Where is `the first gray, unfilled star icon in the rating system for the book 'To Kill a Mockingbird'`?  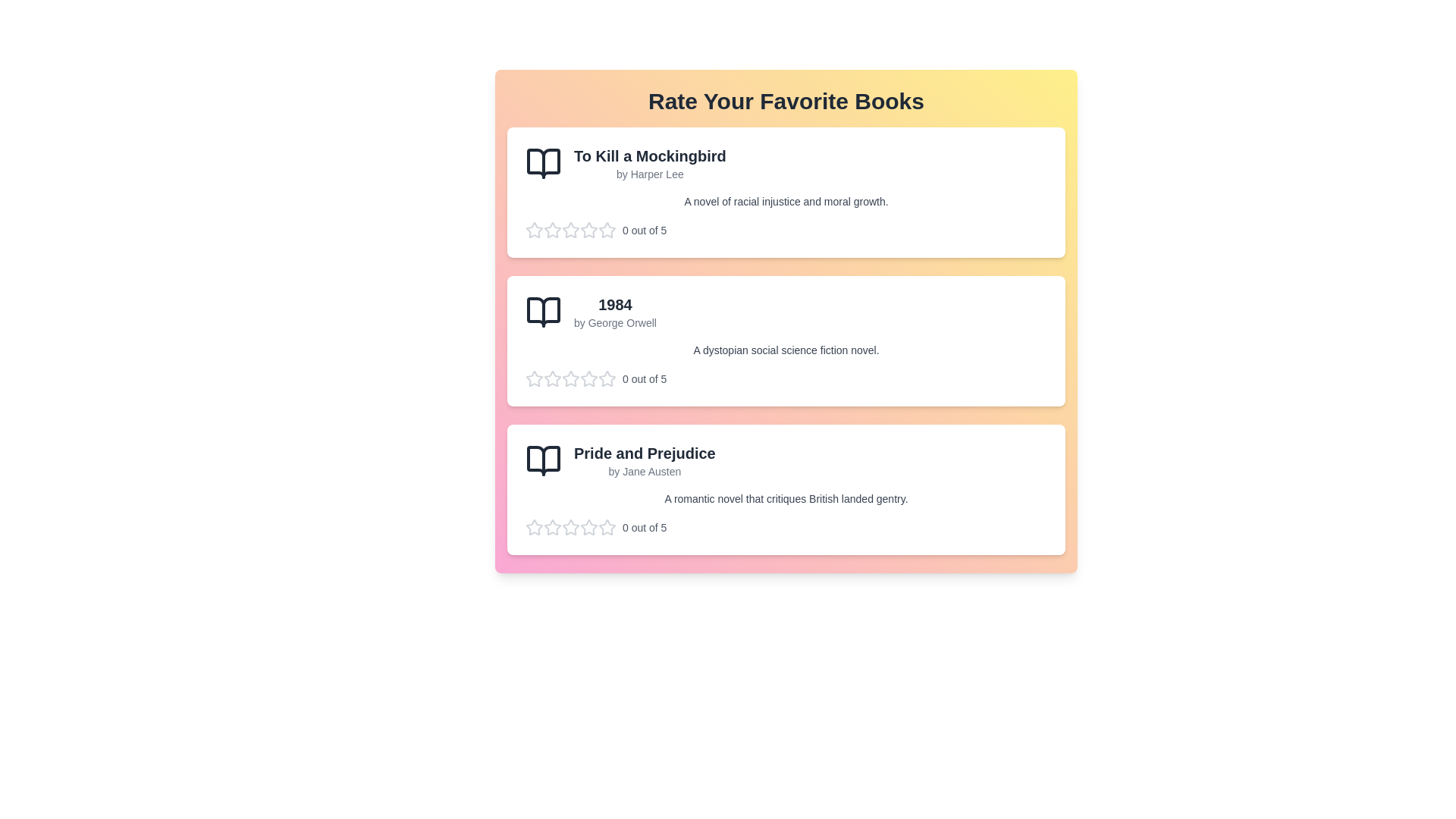
the first gray, unfilled star icon in the rating system for the book 'To Kill a Mockingbird' is located at coordinates (535, 230).